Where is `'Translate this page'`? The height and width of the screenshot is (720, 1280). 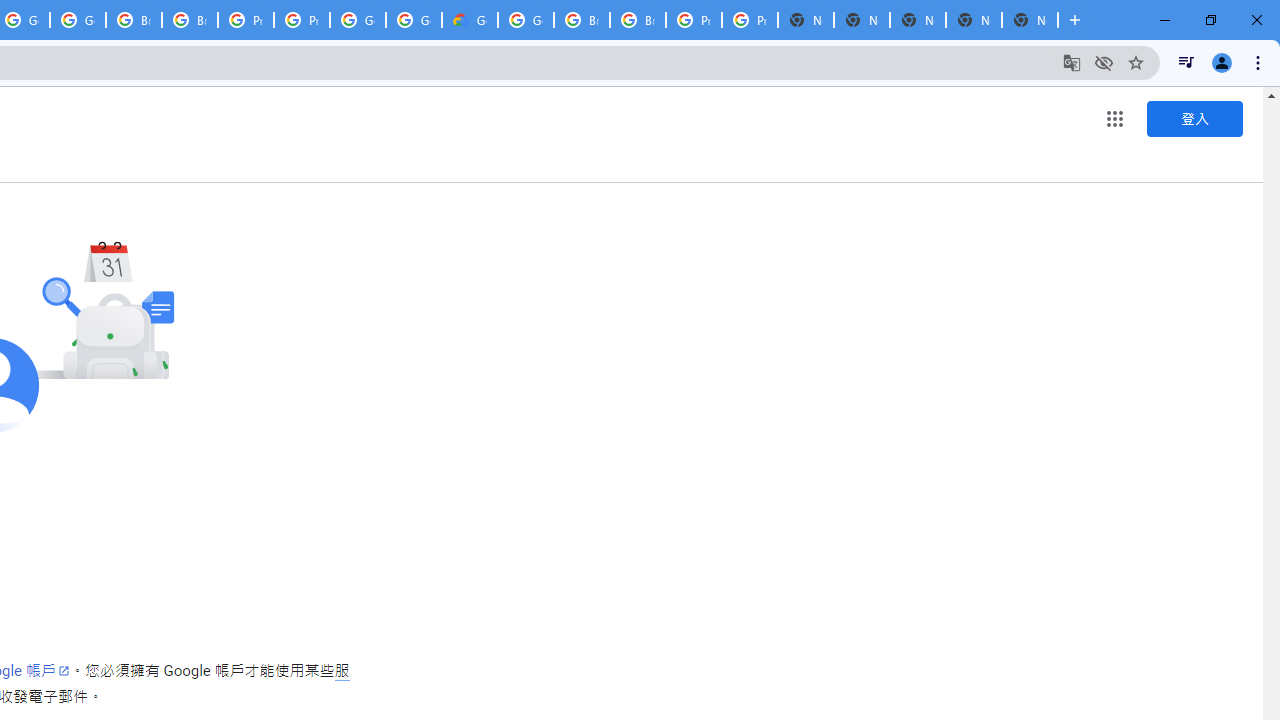
'Translate this page' is located at coordinates (1071, 61).